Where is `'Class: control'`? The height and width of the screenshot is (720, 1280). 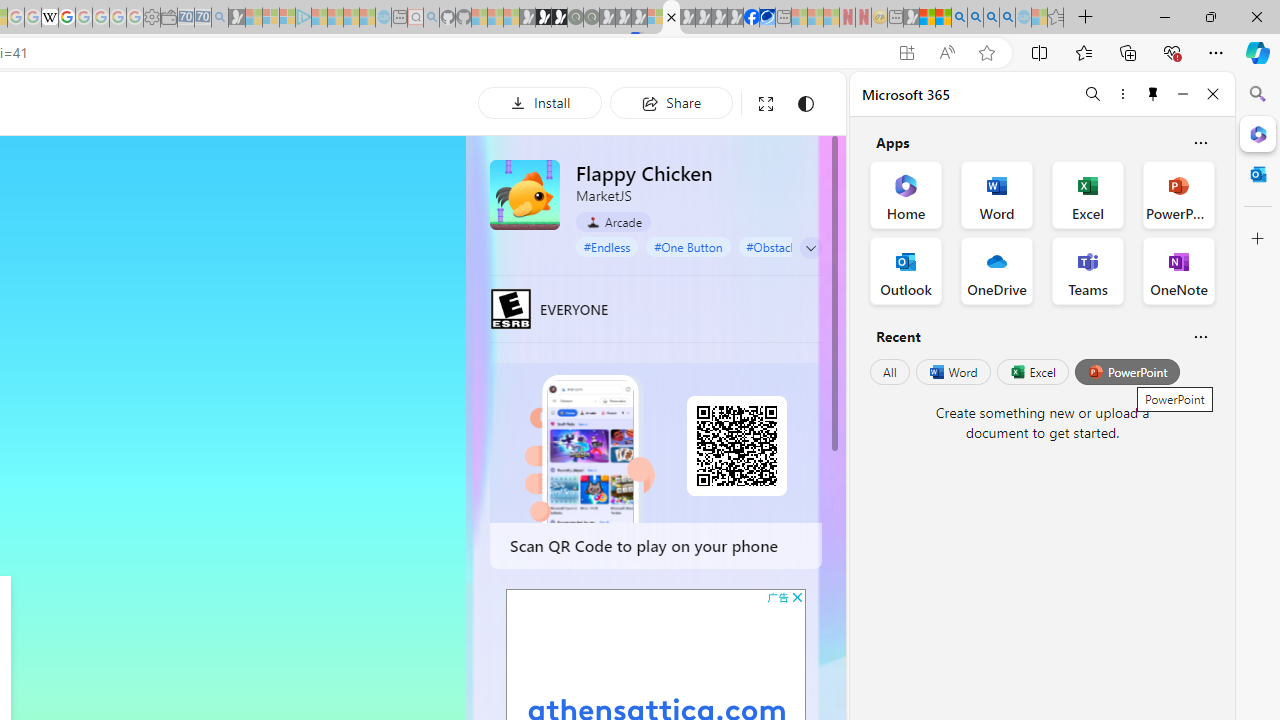 'Class: control' is located at coordinates (811, 247).